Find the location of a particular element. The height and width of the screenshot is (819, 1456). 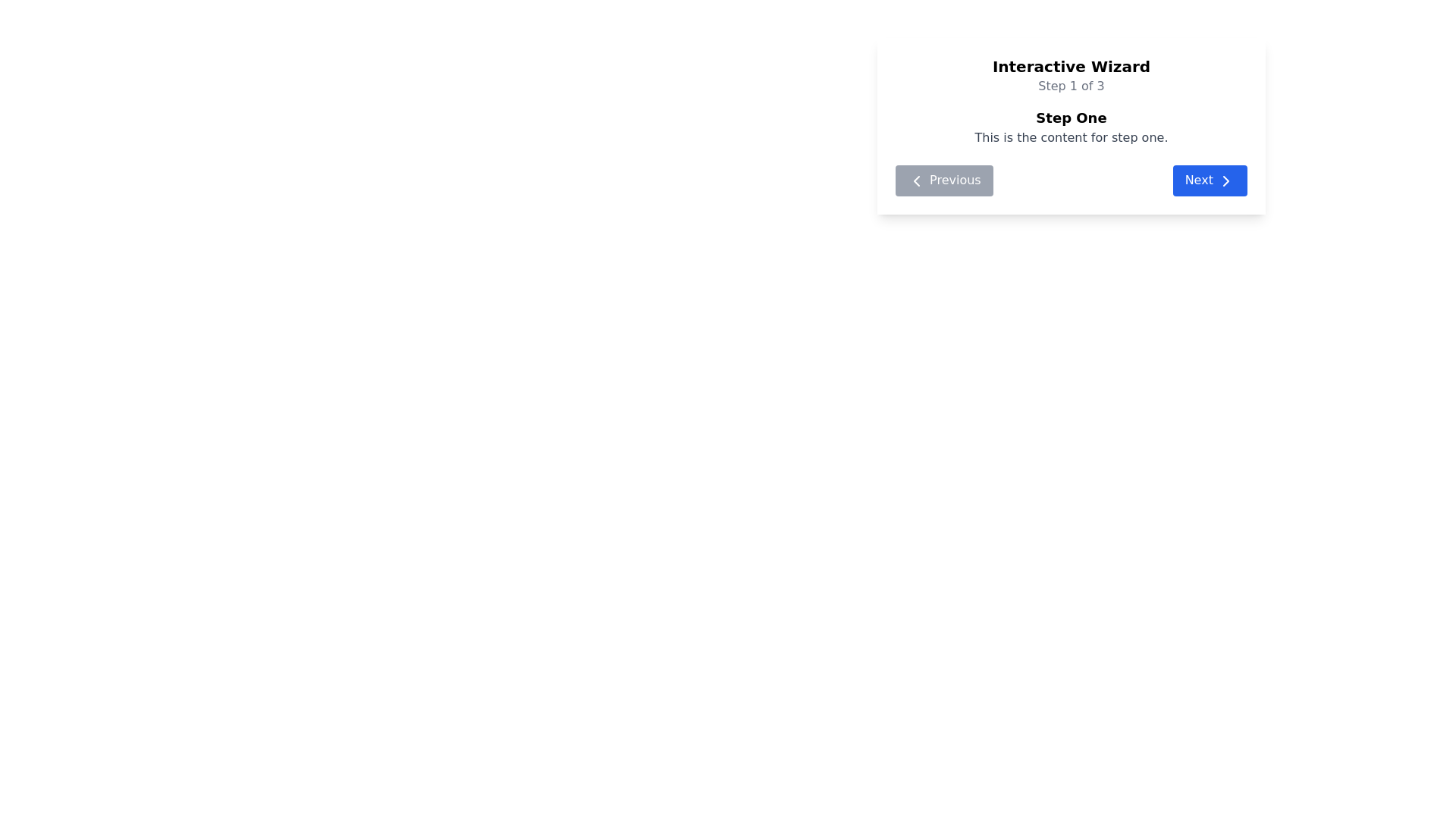

the chevron icon located to the left of the text 'Previous' within the 'Previous' button is located at coordinates (916, 180).